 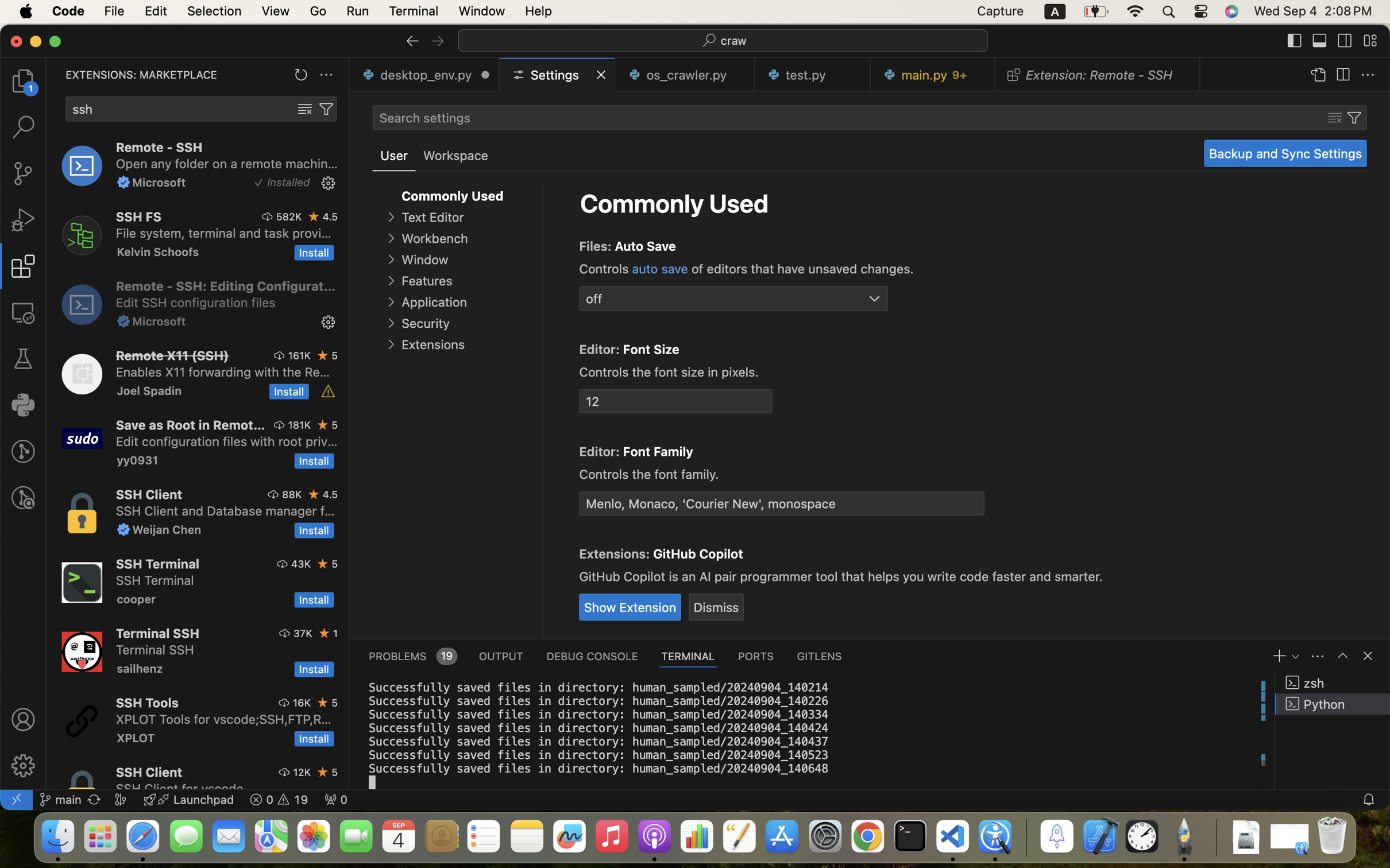 I want to click on 'Python ', so click(x=1332, y=703).